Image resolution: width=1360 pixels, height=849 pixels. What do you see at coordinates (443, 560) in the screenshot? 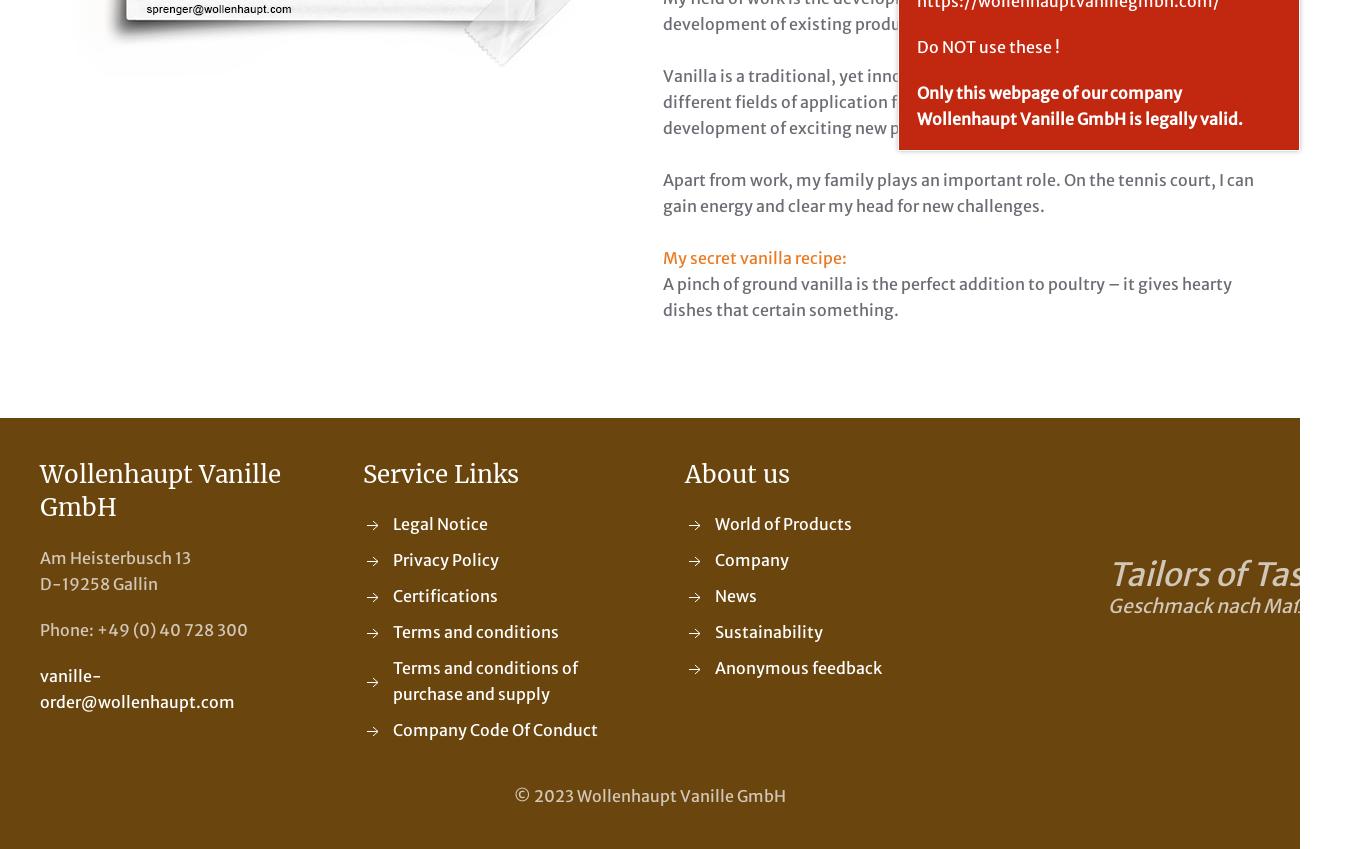
I see `'Privacy Policy'` at bounding box center [443, 560].